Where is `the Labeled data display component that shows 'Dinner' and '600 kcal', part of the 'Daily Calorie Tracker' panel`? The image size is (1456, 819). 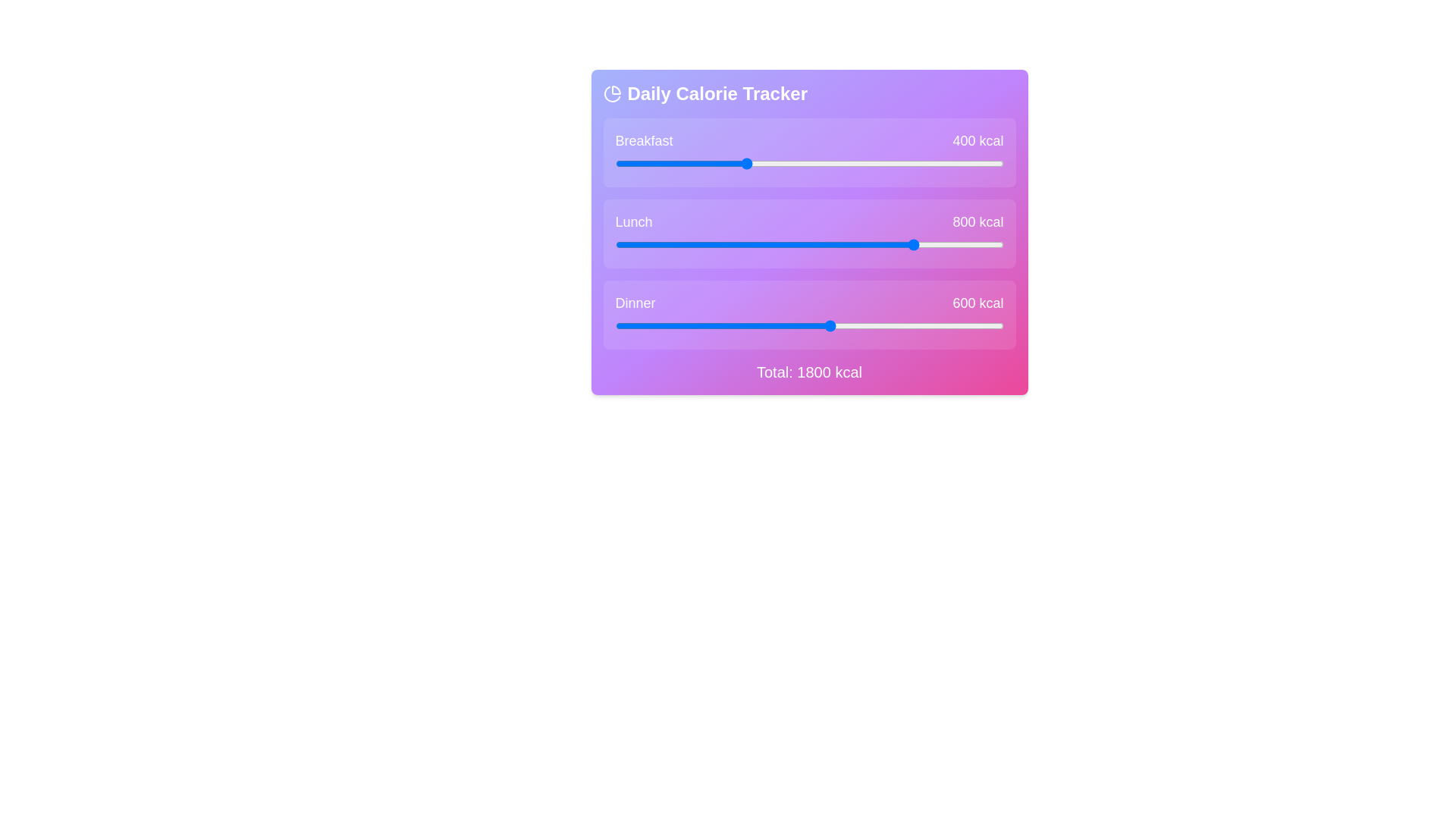
the Labeled data display component that shows 'Dinner' and '600 kcal', part of the 'Daily Calorie Tracker' panel is located at coordinates (808, 303).